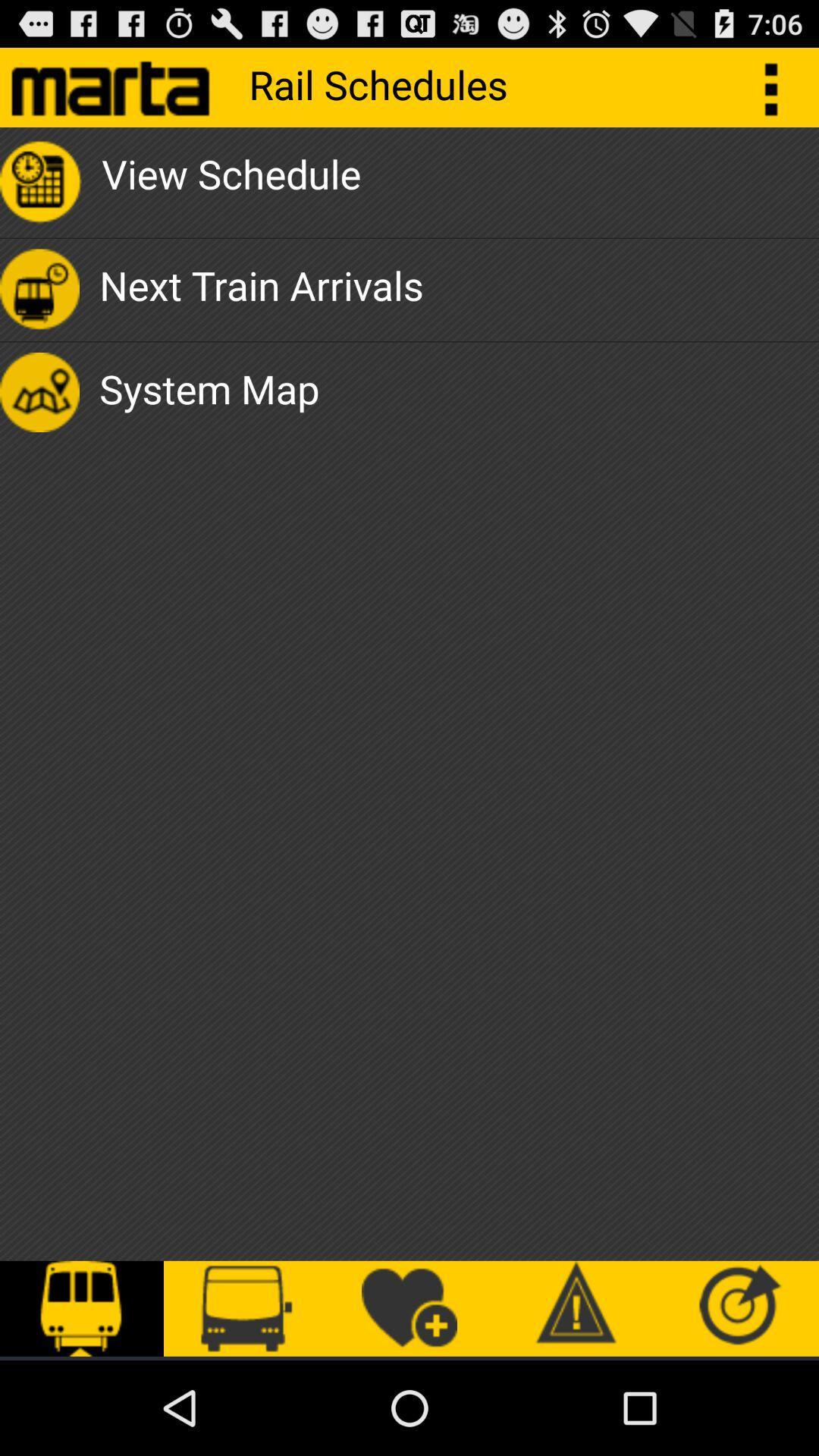 This screenshot has height=1456, width=819. Describe the element at coordinates (209, 392) in the screenshot. I see `system map` at that location.